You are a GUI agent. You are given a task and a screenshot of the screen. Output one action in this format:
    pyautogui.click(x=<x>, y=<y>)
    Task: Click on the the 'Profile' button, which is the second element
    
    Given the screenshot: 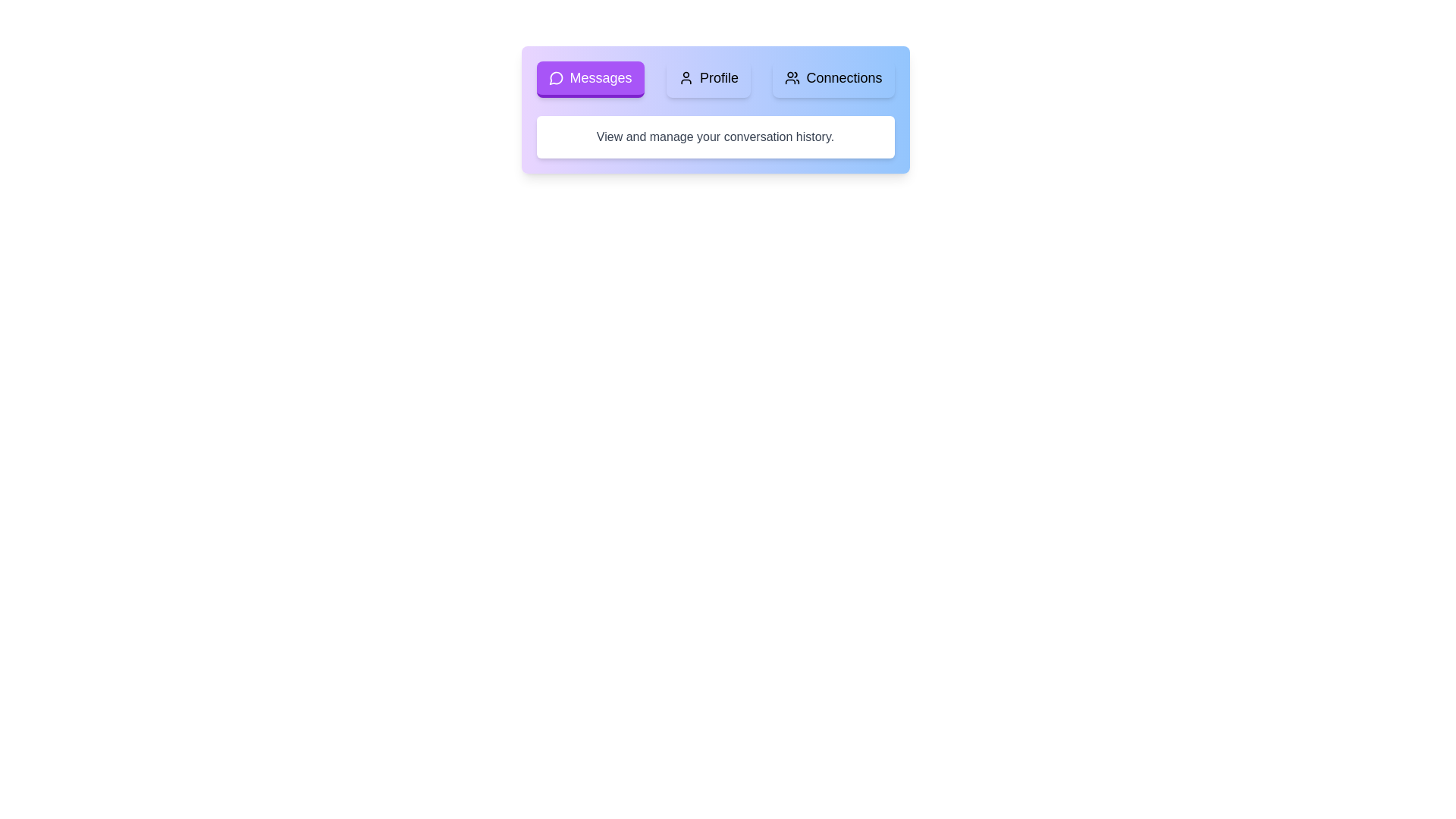 What is the action you would take?
    pyautogui.click(x=708, y=79)
    